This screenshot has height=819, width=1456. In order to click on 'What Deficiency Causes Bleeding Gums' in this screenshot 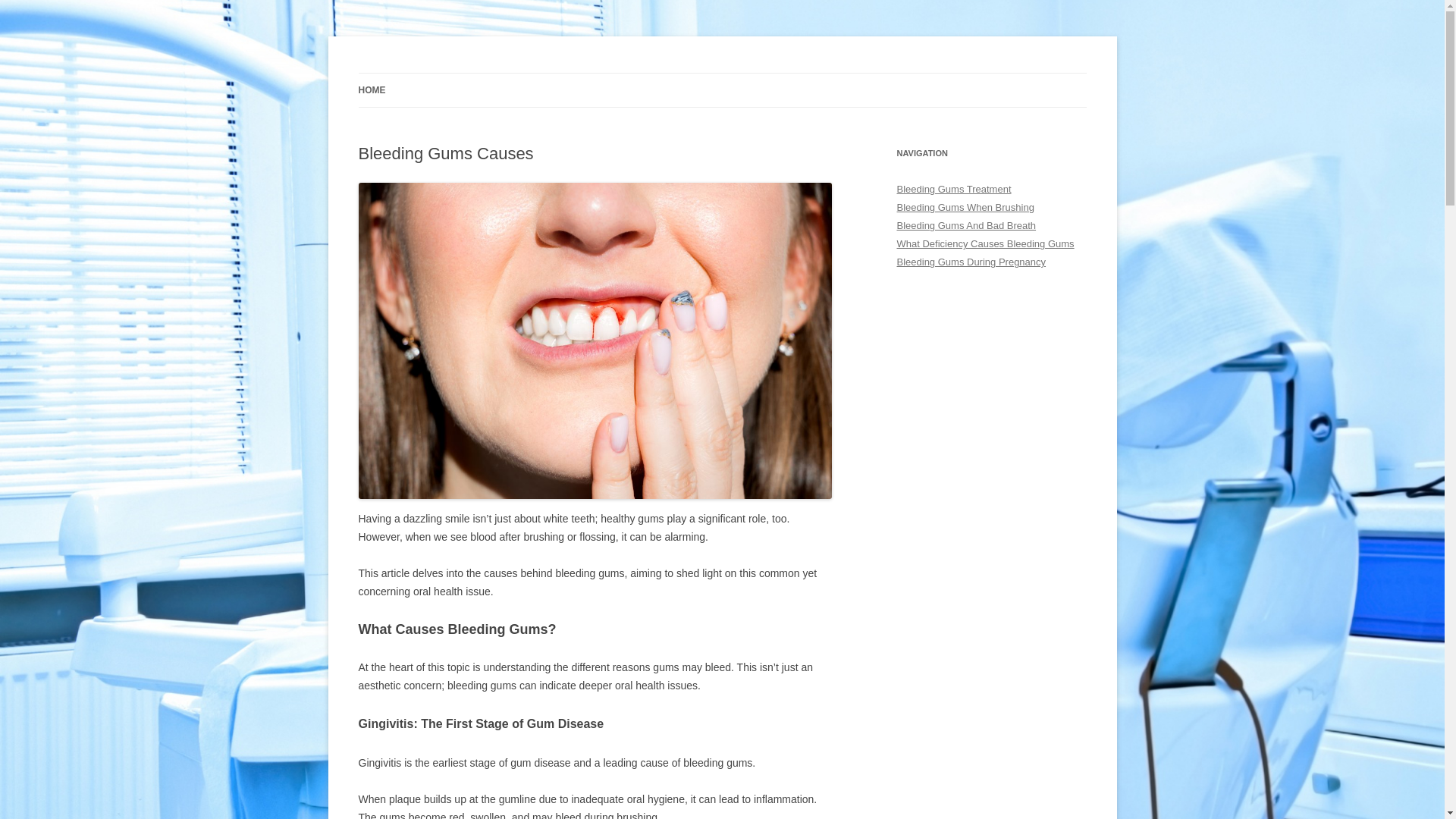, I will do `click(985, 243)`.